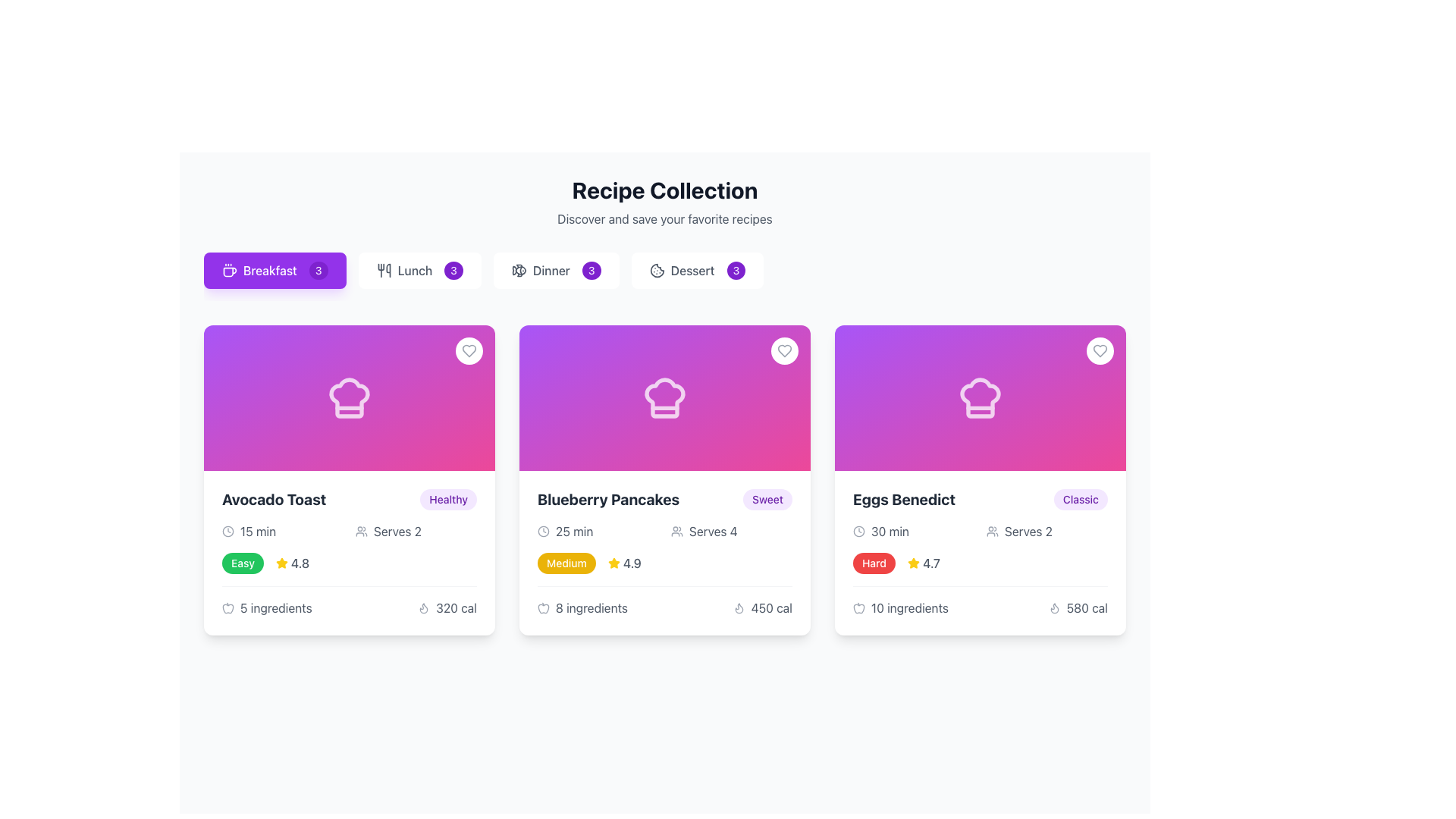 Image resolution: width=1456 pixels, height=819 pixels. Describe the element at coordinates (665, 479) in the screenshot. I see `the recipe overview card for 'Blueberry Pancakes', which is the second card in the grid layout, located between the 'Avocado Toast' and 'Eggs Benedict' cards` at that location.